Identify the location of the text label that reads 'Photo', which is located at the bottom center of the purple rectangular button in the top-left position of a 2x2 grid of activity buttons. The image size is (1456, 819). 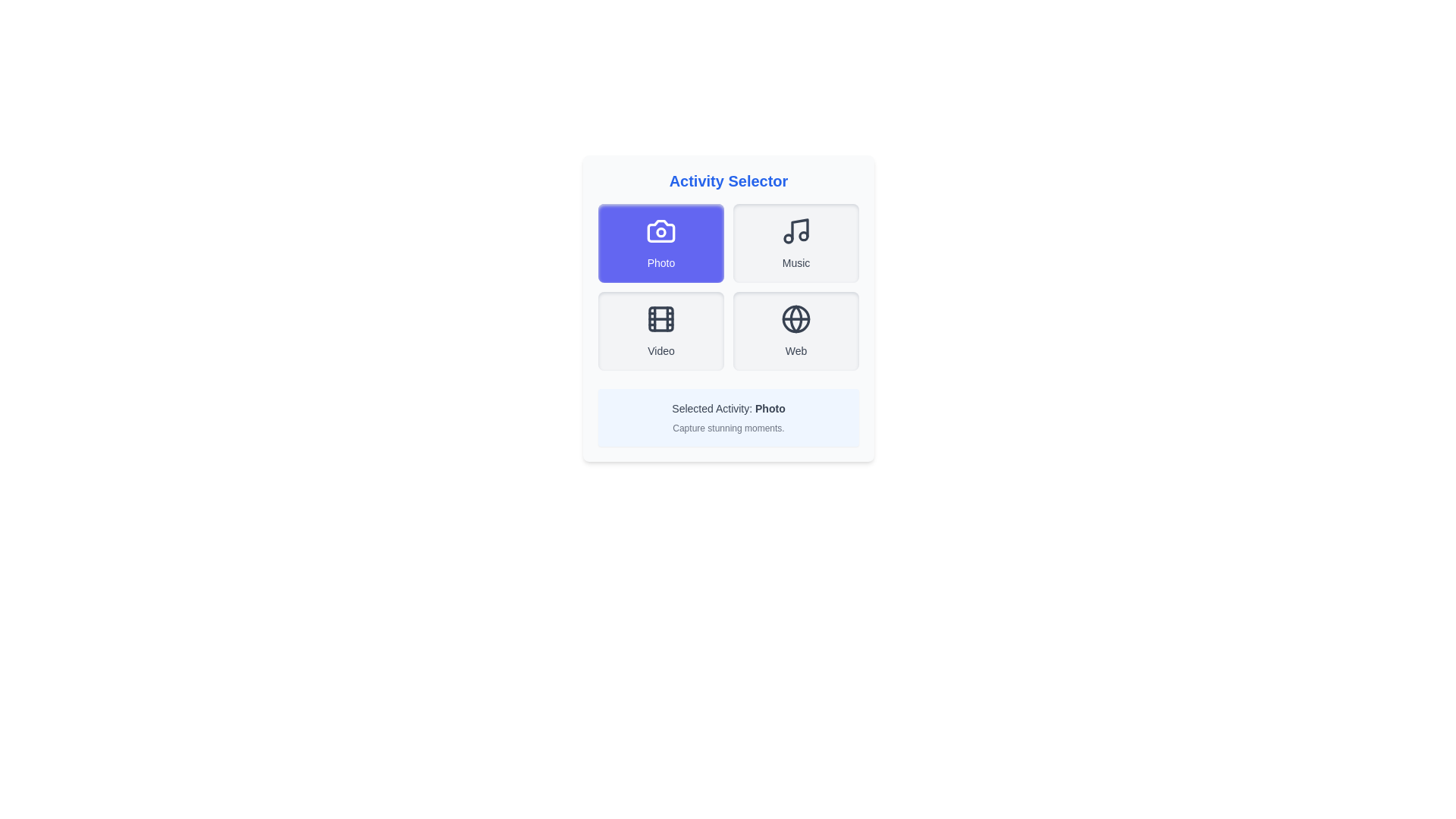
(661, 262).